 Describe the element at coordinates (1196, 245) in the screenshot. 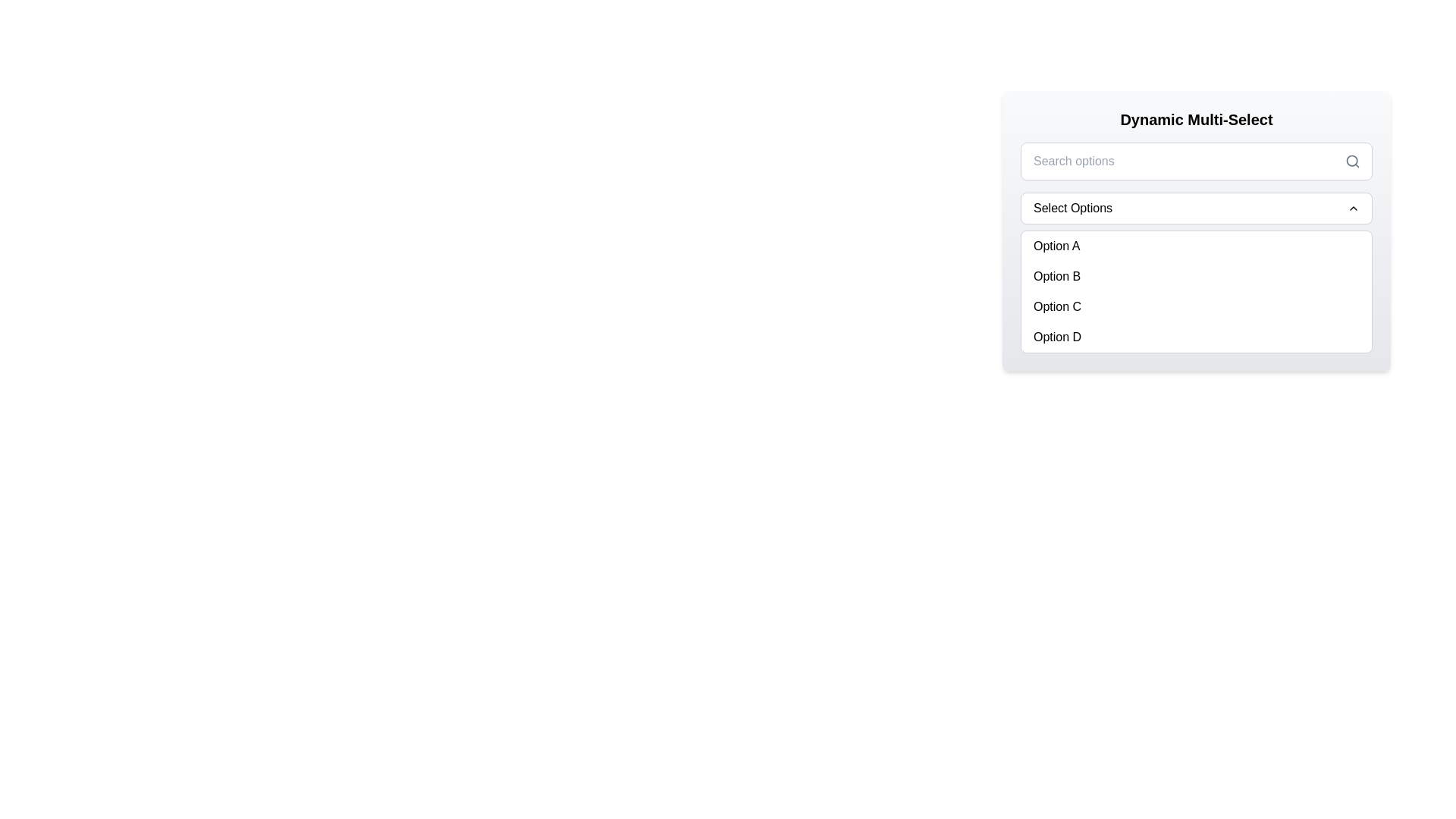

I see `the first selectable option 'Option A' in the dropdown list under the section titled 'Dynamic Multi-Select'` at that location.